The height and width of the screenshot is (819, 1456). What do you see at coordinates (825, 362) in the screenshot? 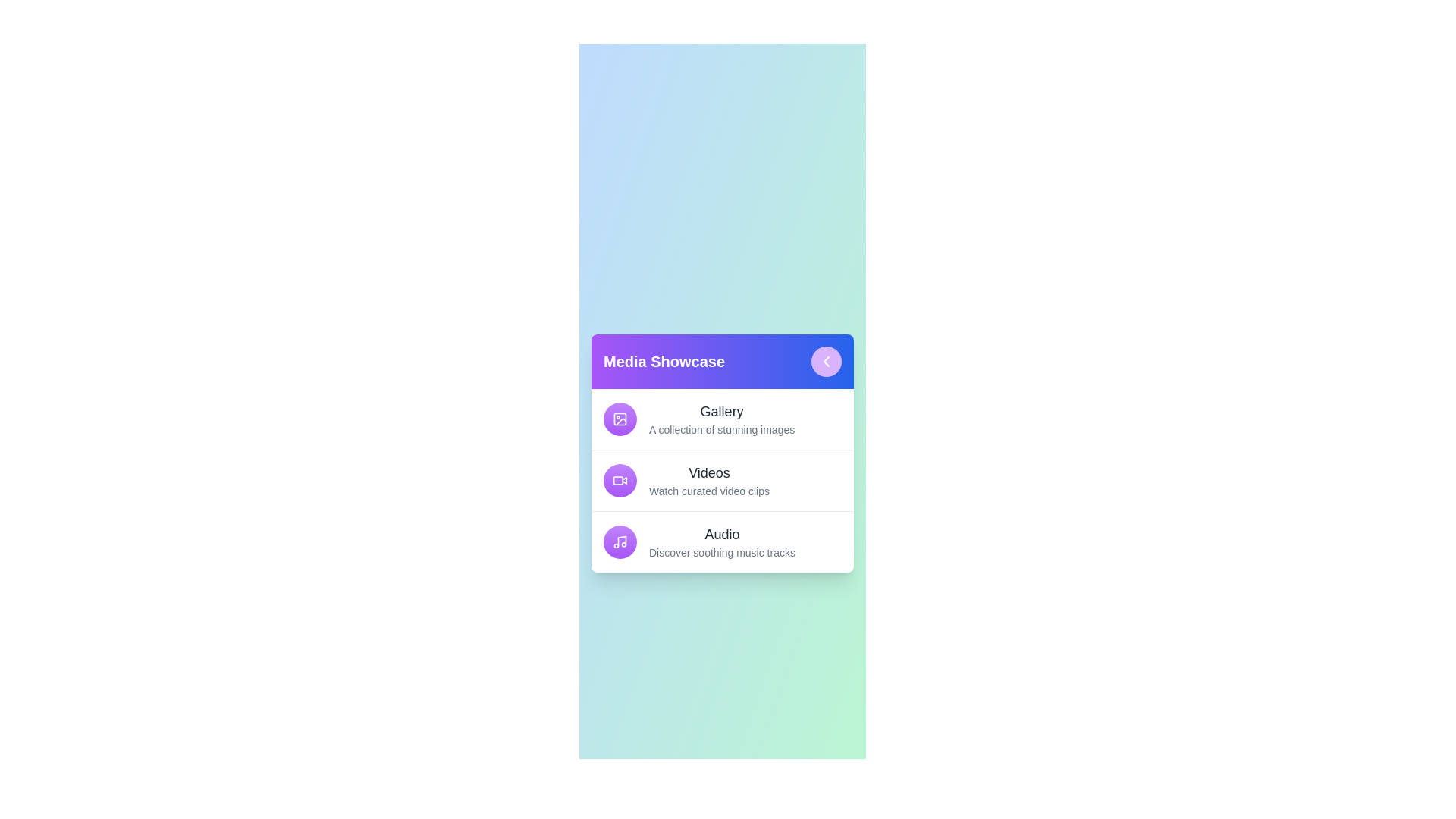
I see `button in the top-right corner of the header to toggle the menu` at bounding box center [825, 362].